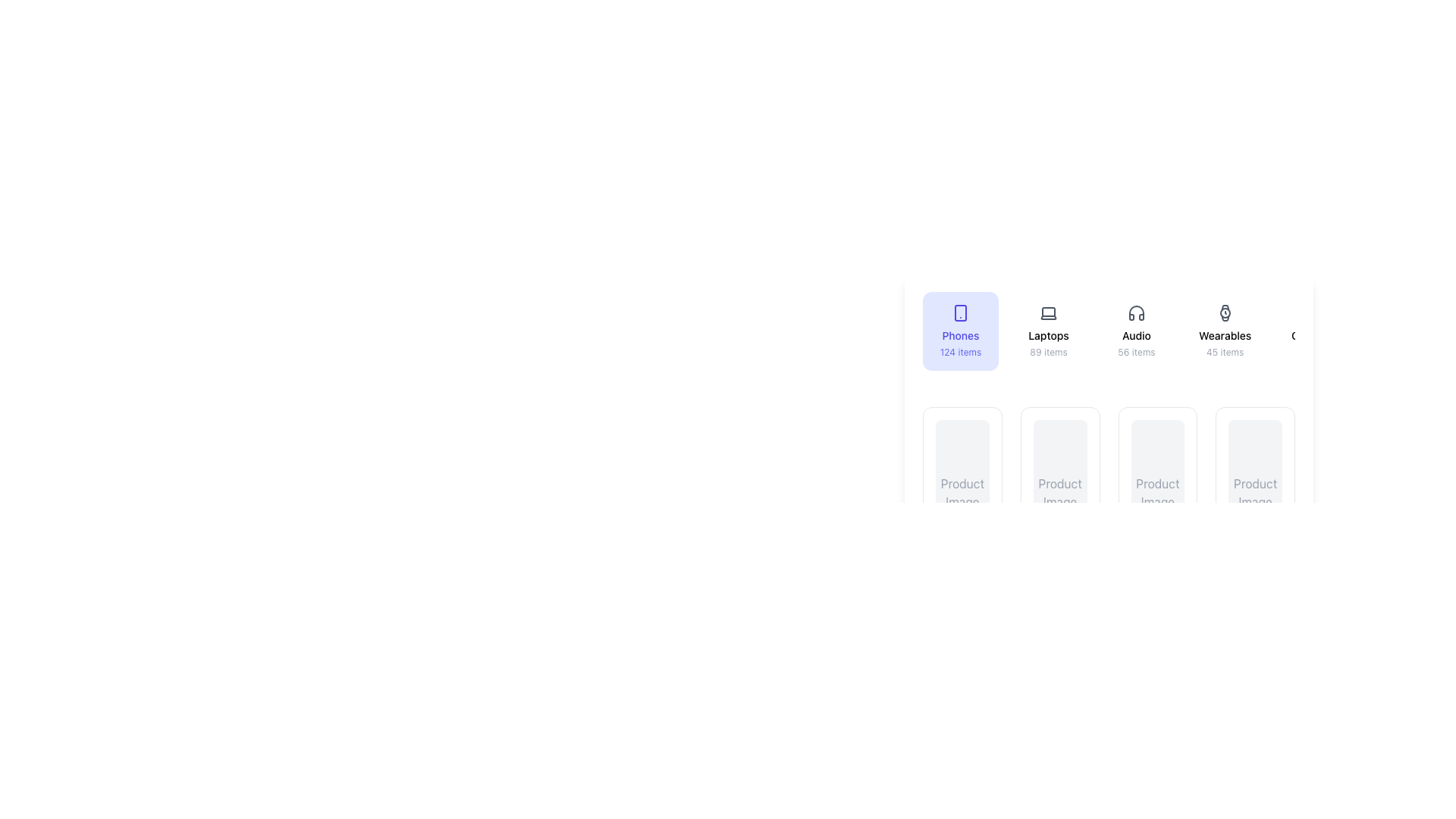  Describe the element at coordinates (1225, 312) in the screenshot. I see `SVG Circle that visually represents the watch icon in the 'Wearables' category for debugging purposes` at that location.